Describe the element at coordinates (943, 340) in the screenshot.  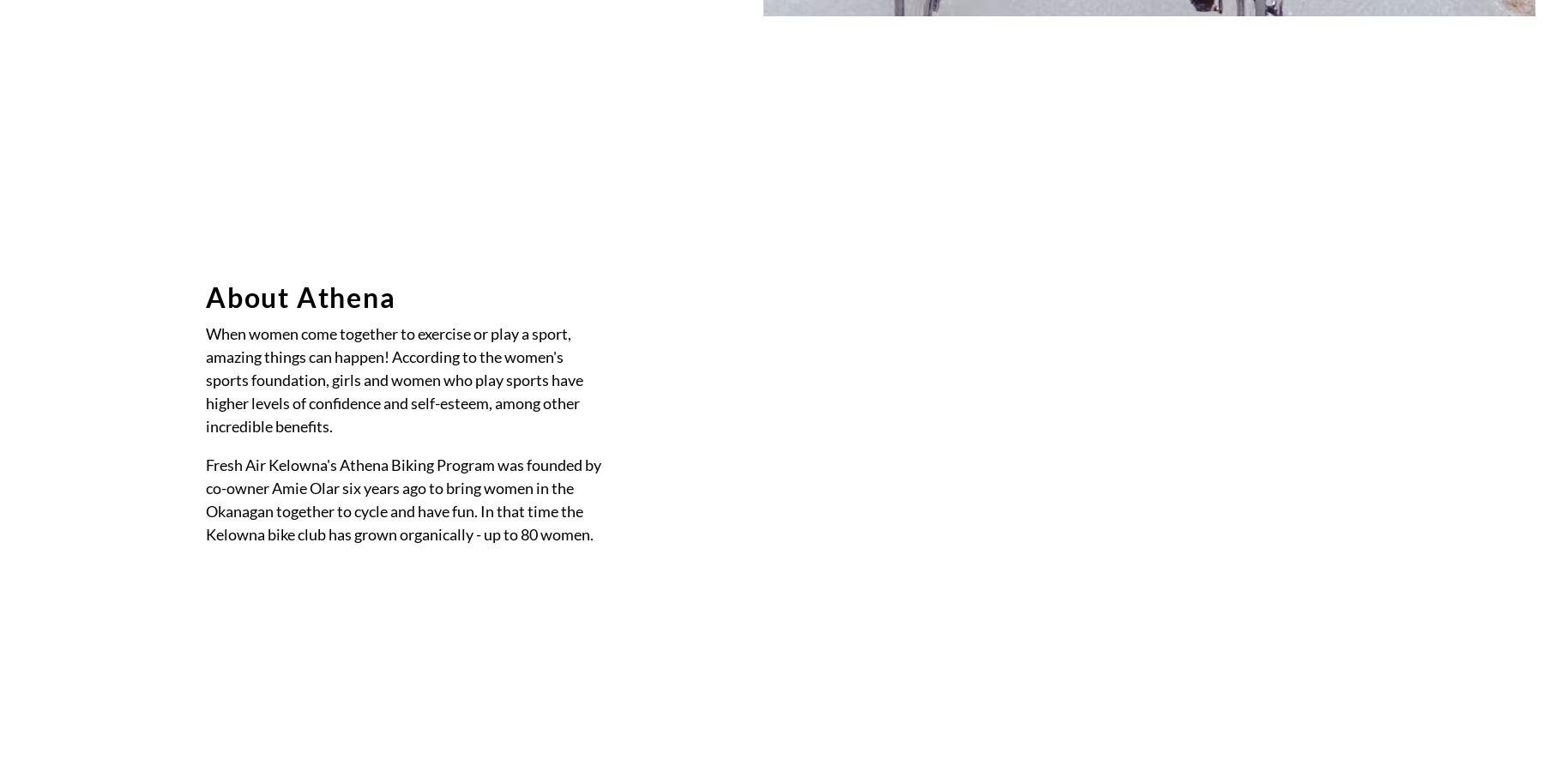
I see `'Returns & Warranties'` at that location.